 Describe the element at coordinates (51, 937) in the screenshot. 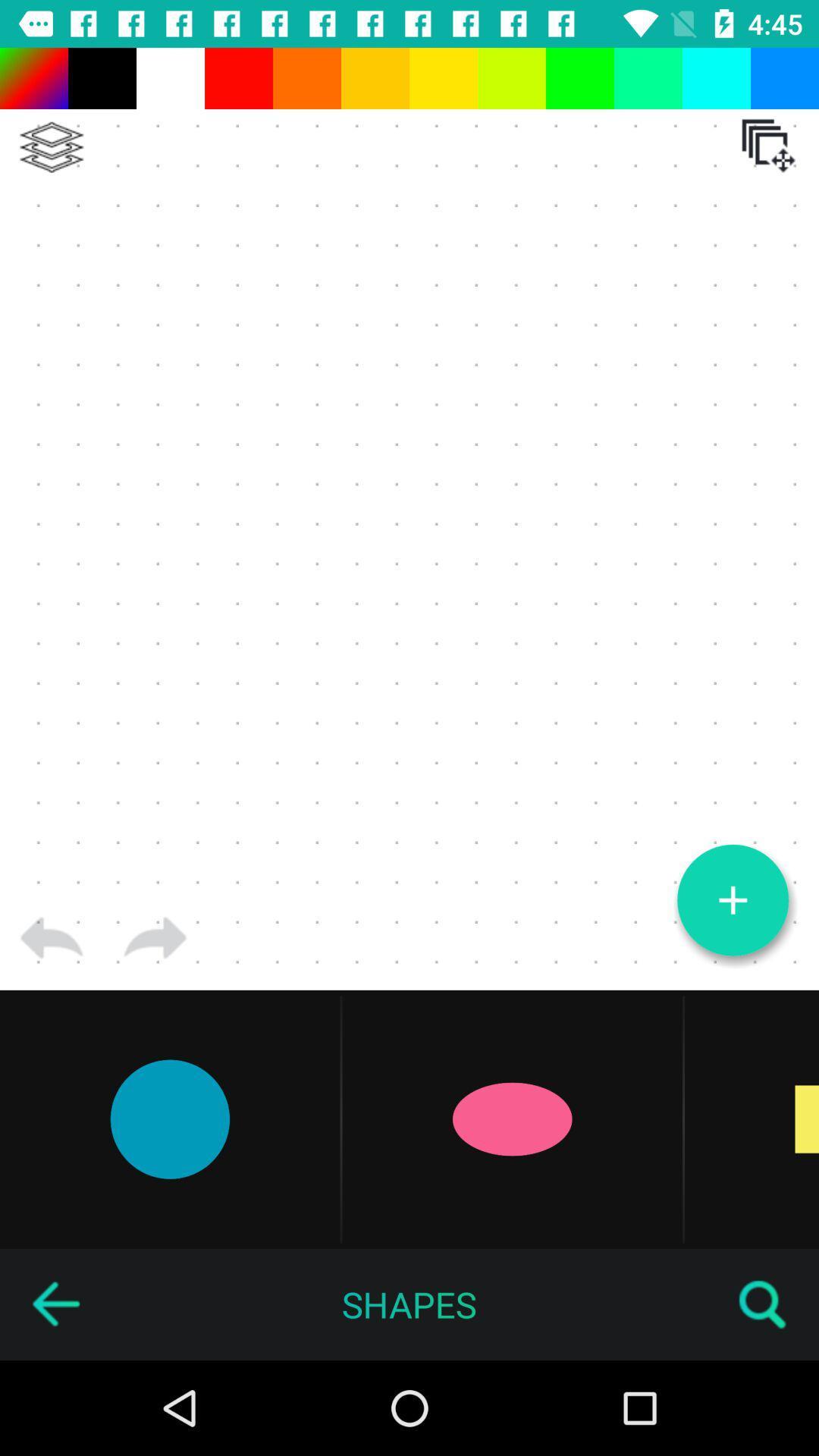

I see `go back` at that location.